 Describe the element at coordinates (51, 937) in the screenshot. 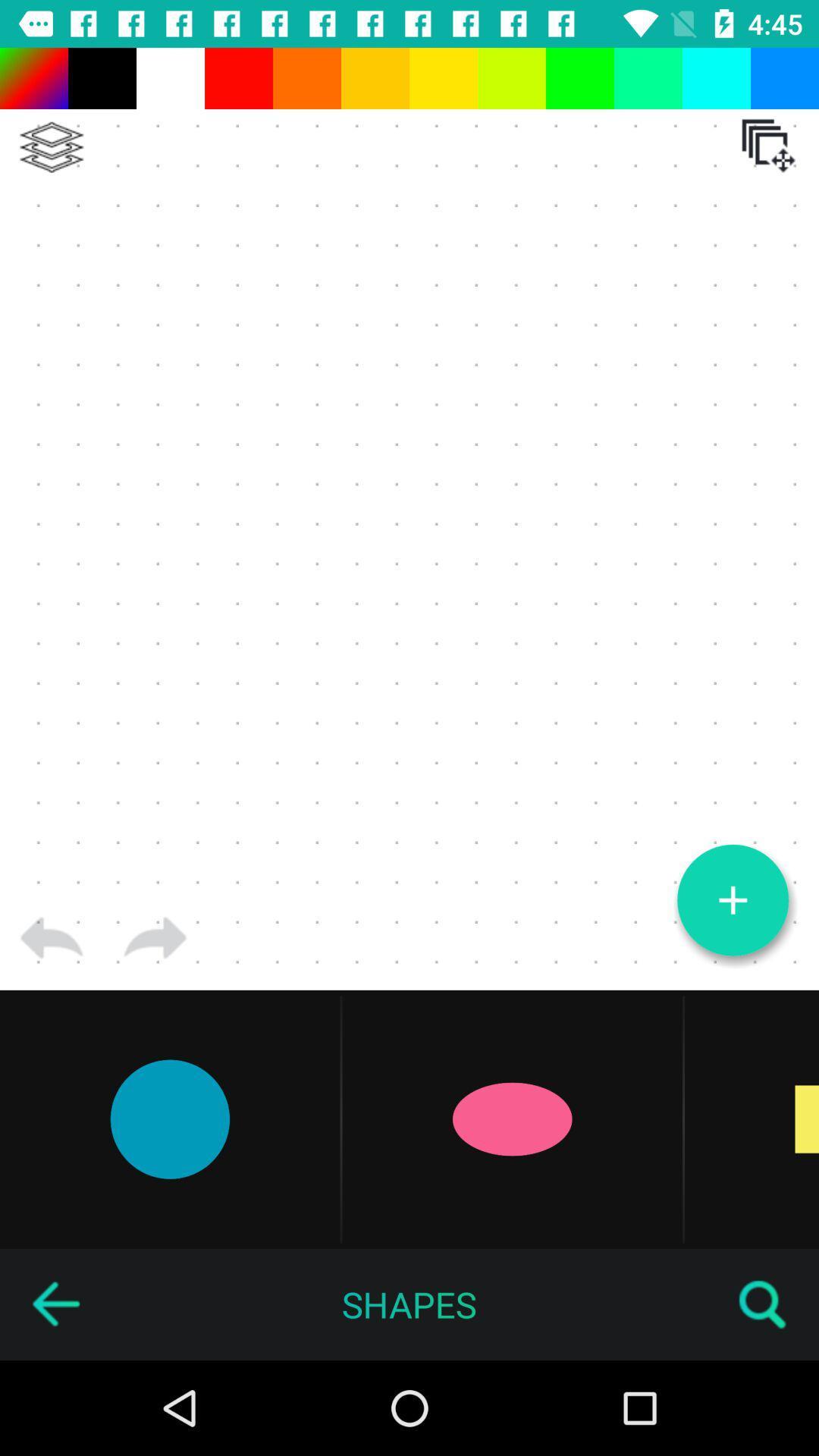

I see `go back` at that location.